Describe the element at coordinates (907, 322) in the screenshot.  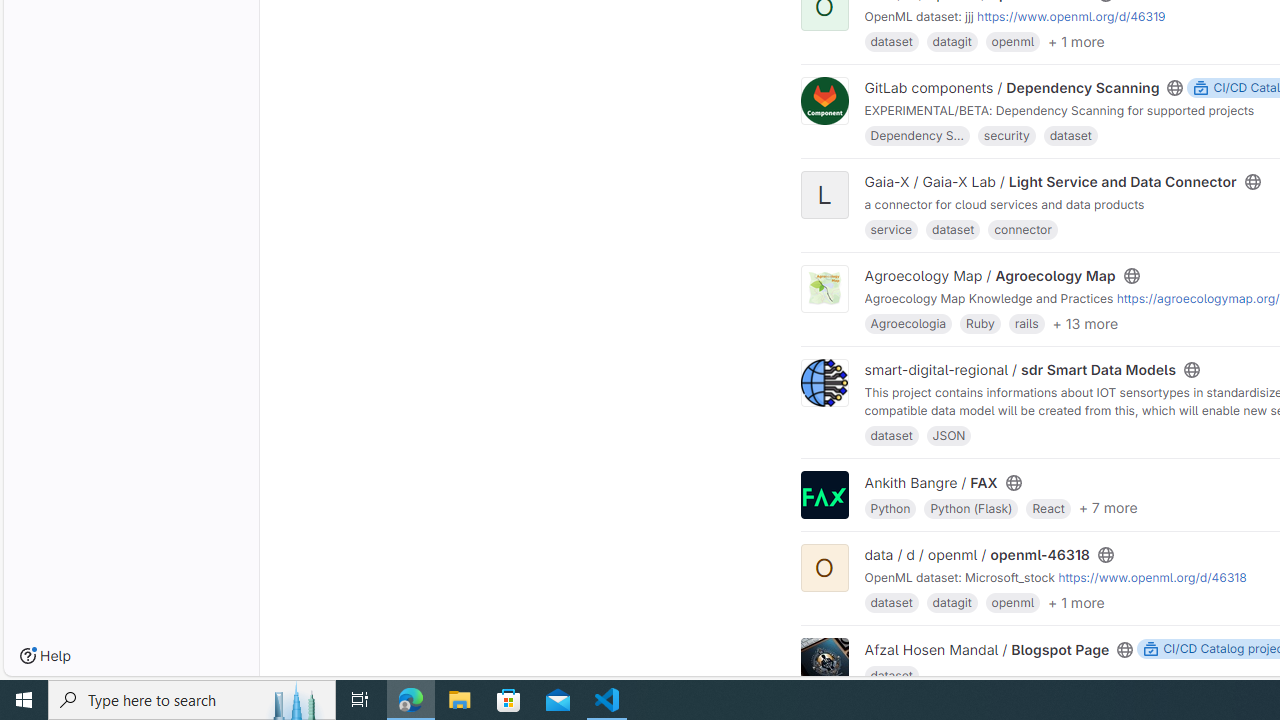
I see `'Agroecologia'` at that location.